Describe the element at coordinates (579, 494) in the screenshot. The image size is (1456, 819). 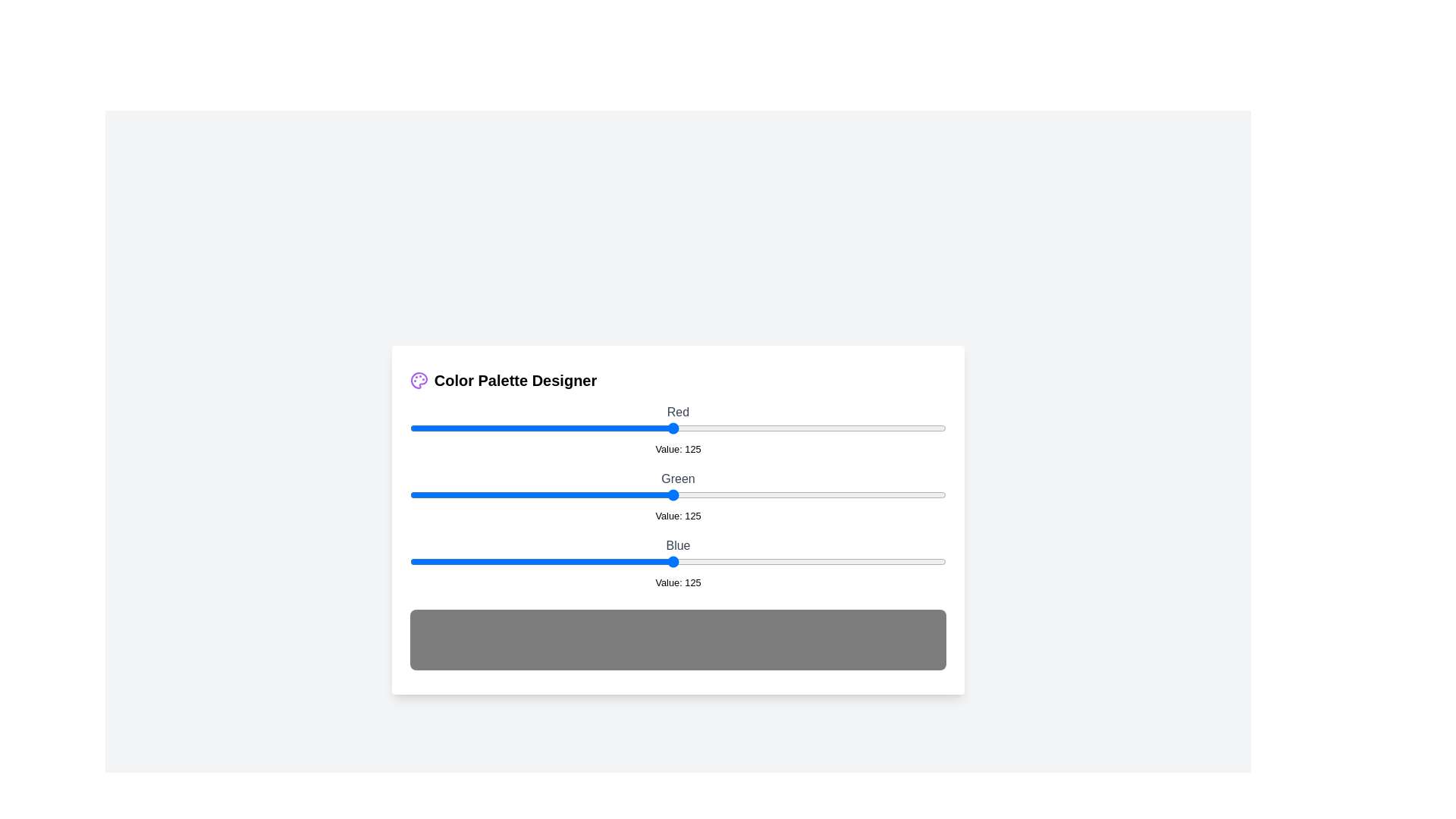
I see `the 1 slider to 81` at that location.